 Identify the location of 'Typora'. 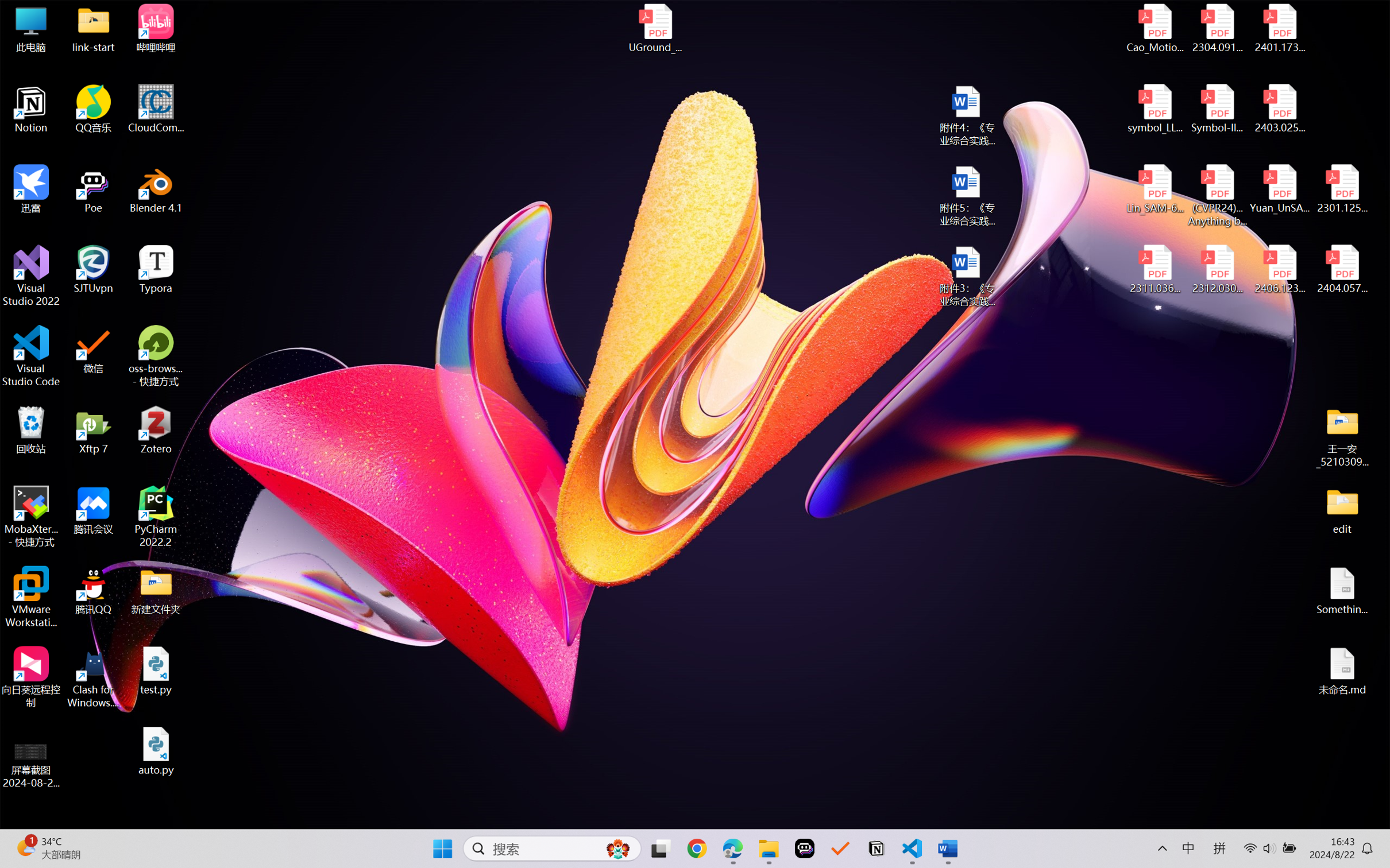
(156, 269).